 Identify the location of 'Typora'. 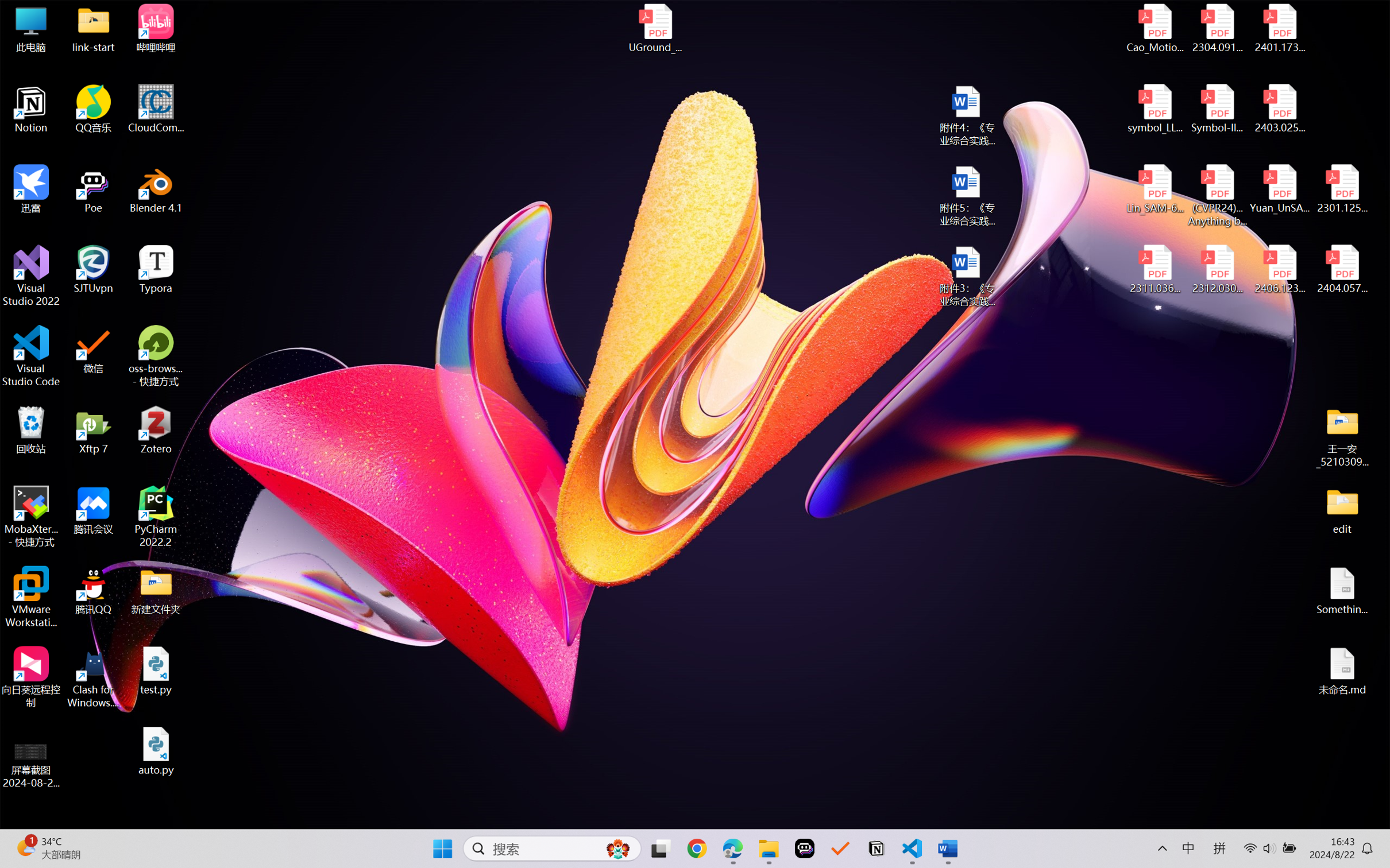
(156, 269).